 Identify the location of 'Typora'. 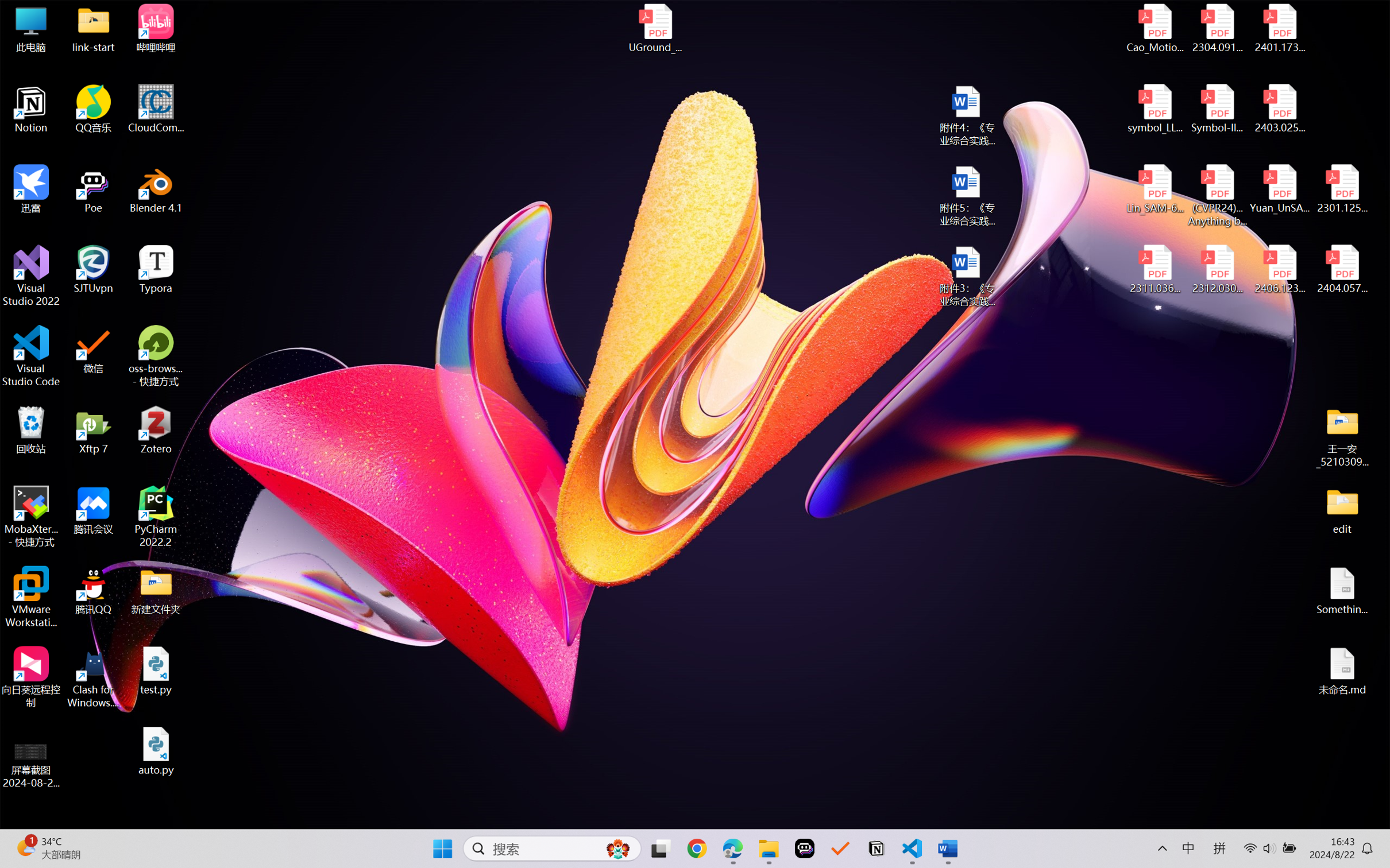
(156, 269).